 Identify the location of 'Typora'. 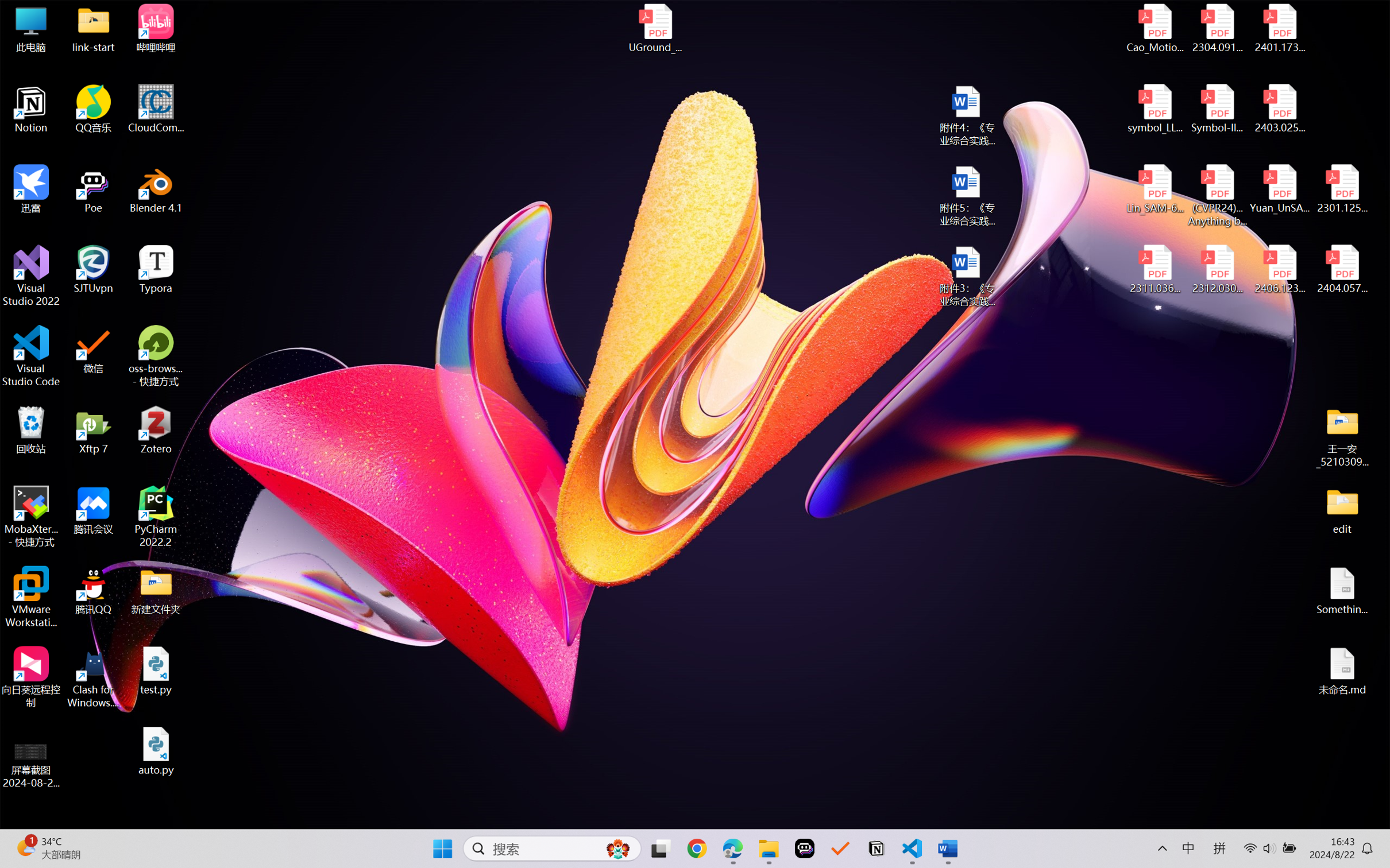
(156, 269).